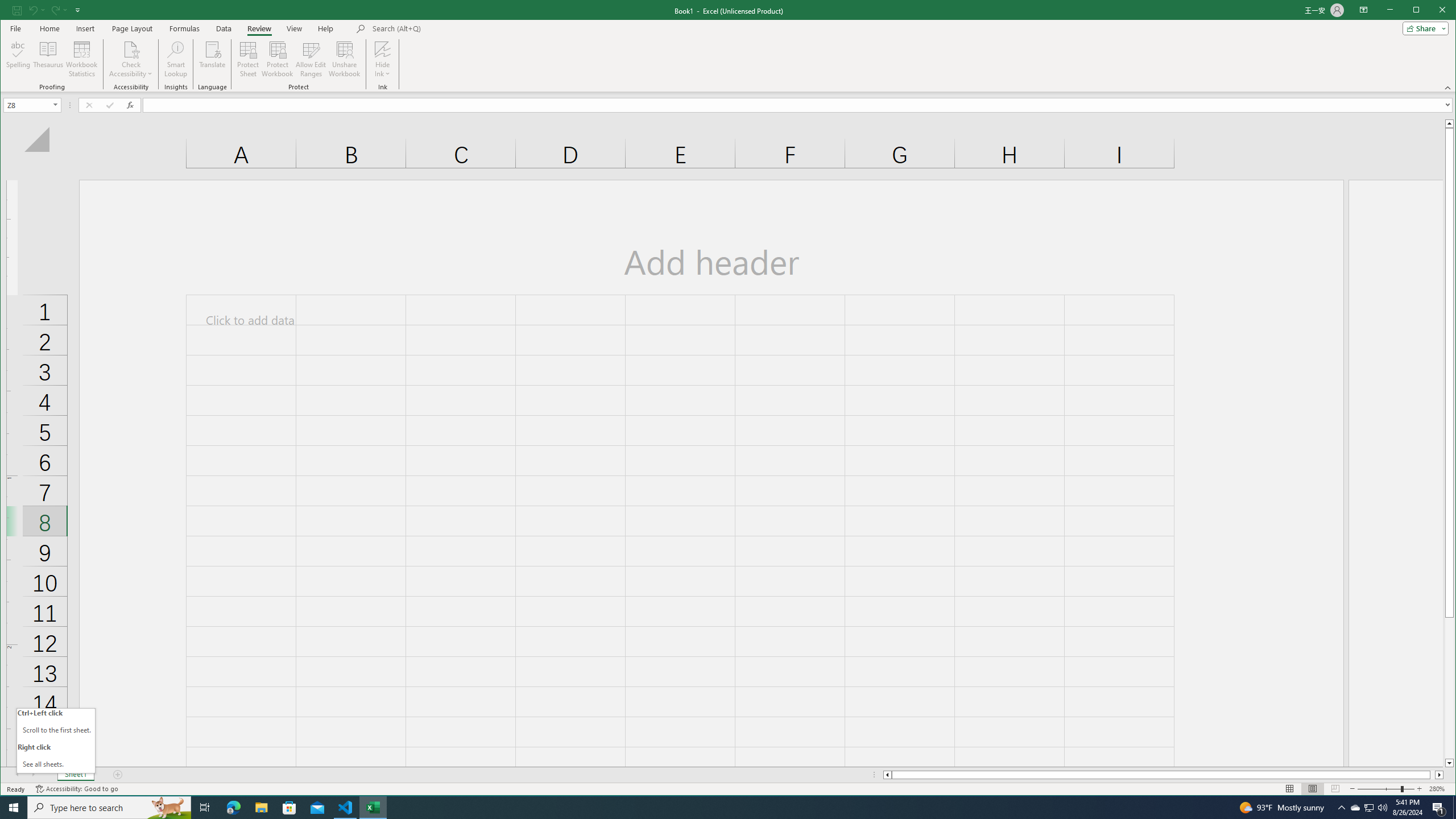  I want to click on 'Search highlights icon opens search home window', so click(167, 806).